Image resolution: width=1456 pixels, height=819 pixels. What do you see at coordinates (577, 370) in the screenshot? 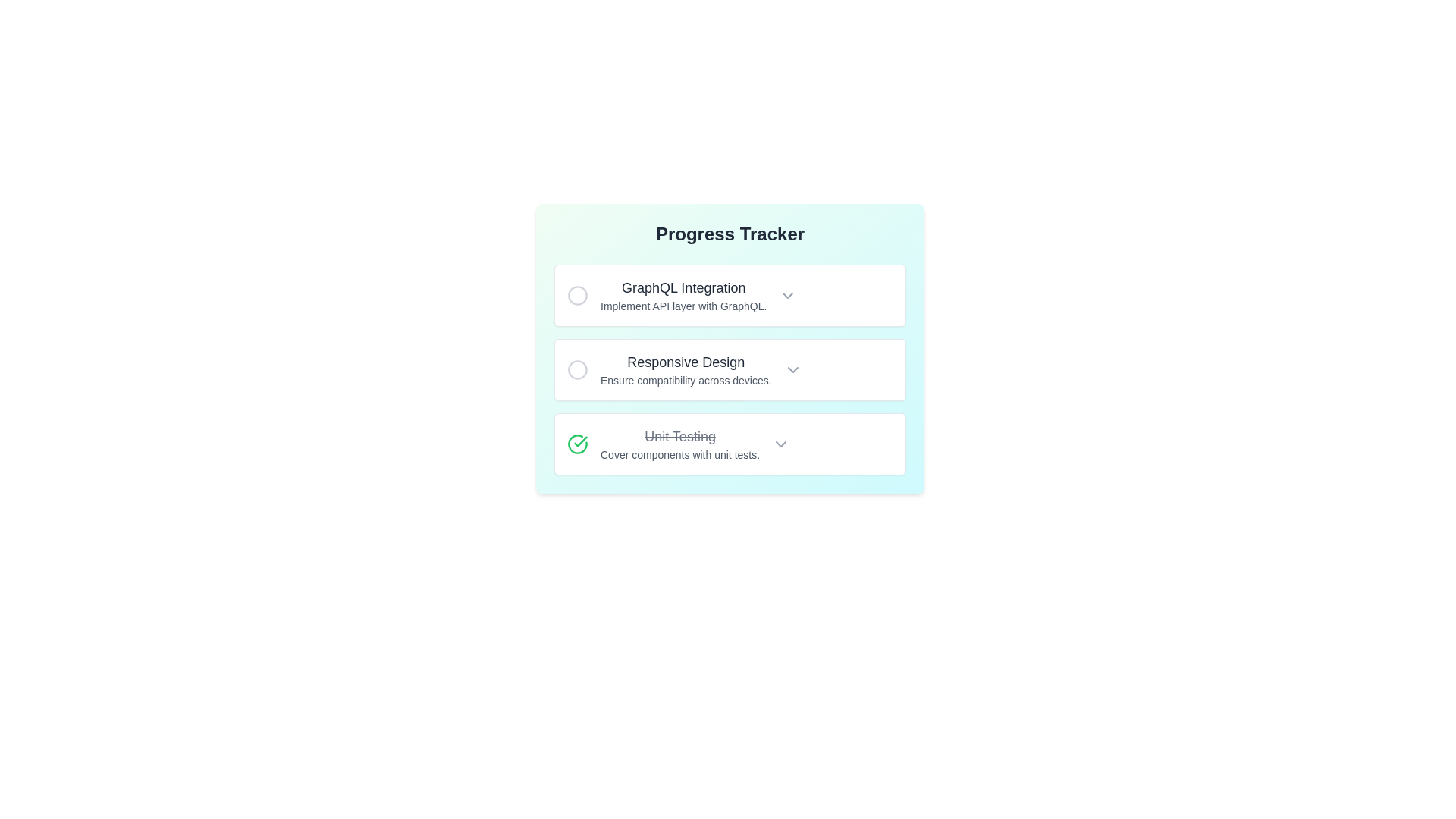
I see `the circular checkbox located within the 'Responsive Design Ensure compatibility across devices.' card` at bounding box center [577, 370].